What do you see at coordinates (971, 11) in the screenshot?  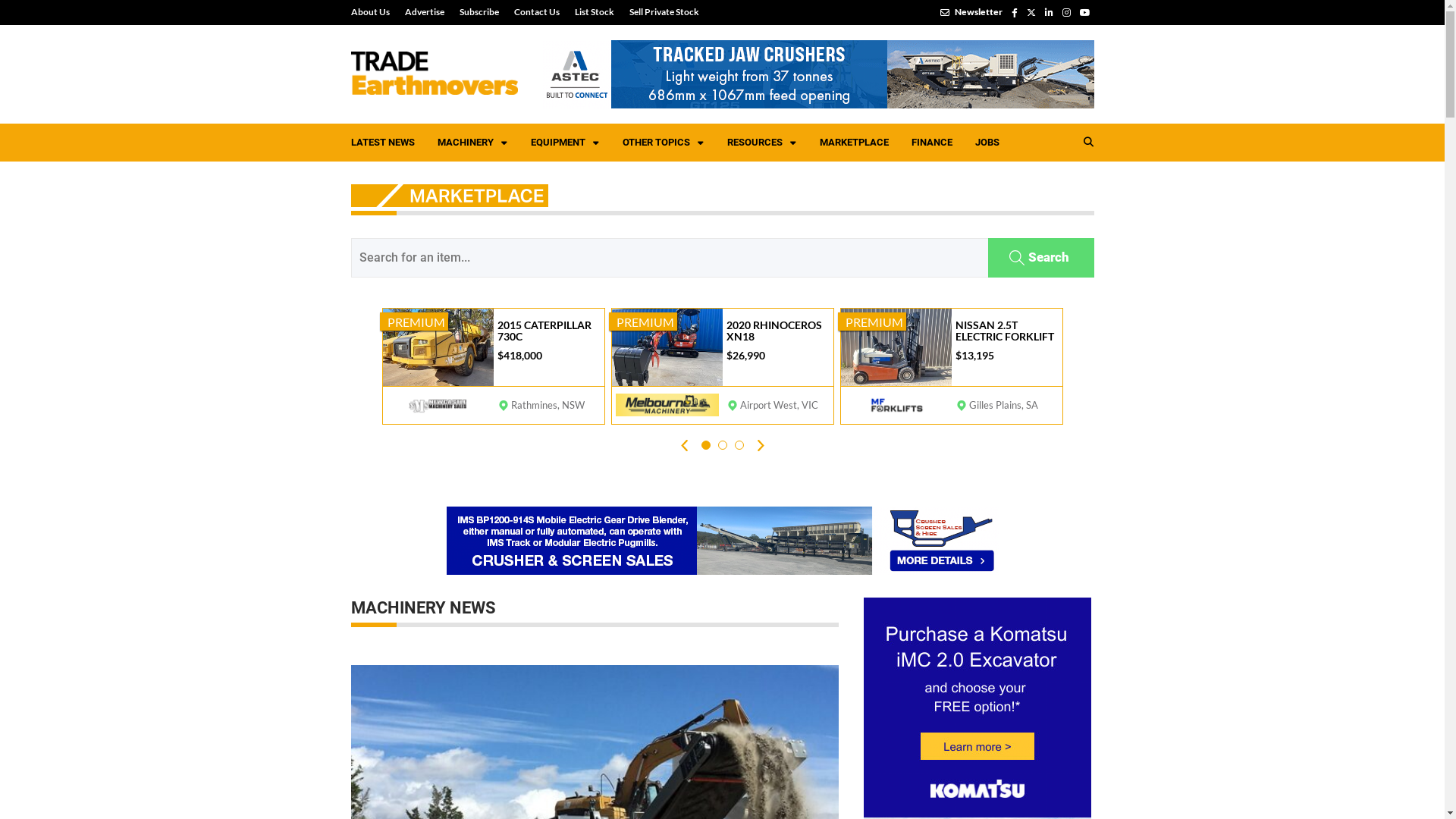 I see `'Newsletter'` at bounding box center [971, 11].